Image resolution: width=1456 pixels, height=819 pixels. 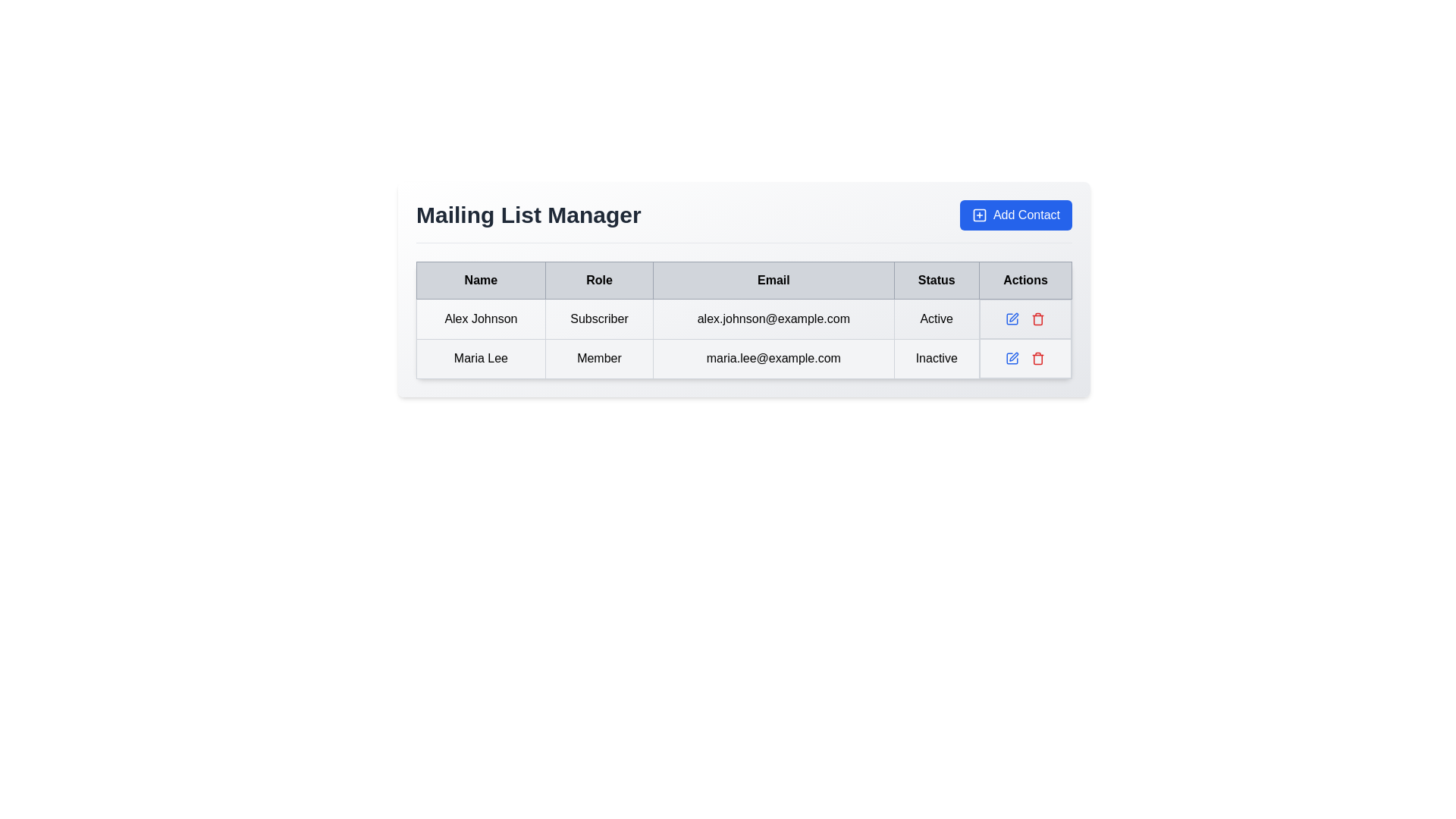 I want to click on the icon resembling a square with a centered plus sign inside it, which is located within the blue button labeled 'Add Contact' at the top-right corner of the interface, so click(x=979, y=215).